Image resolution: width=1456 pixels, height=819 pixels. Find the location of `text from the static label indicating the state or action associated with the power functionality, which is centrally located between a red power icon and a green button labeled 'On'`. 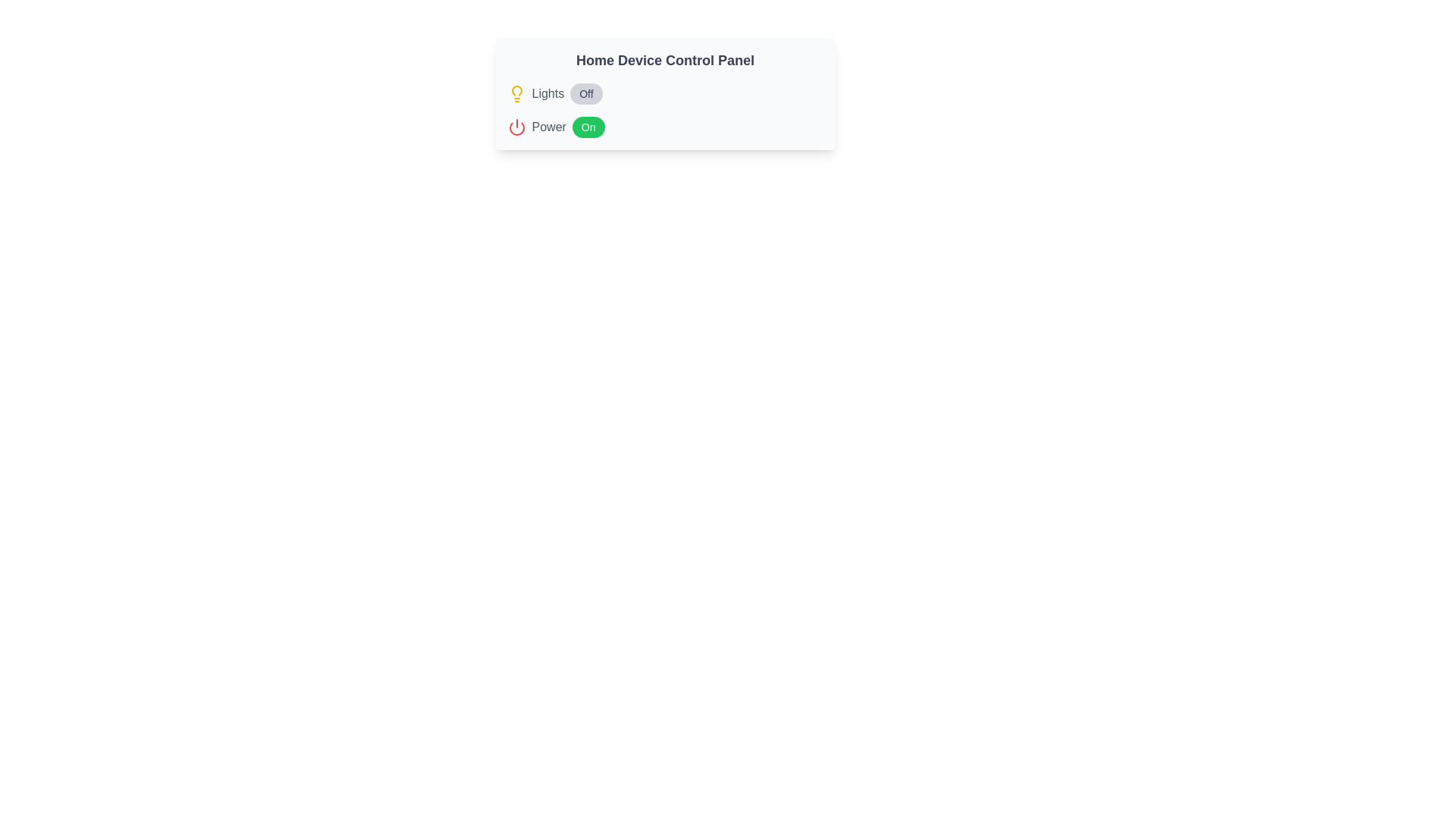

text from the static label indicating the state or action associated with the power functionality, which is centrally located between a red power icon and a green button labeled 'On' is located at coordinates (548, 127).